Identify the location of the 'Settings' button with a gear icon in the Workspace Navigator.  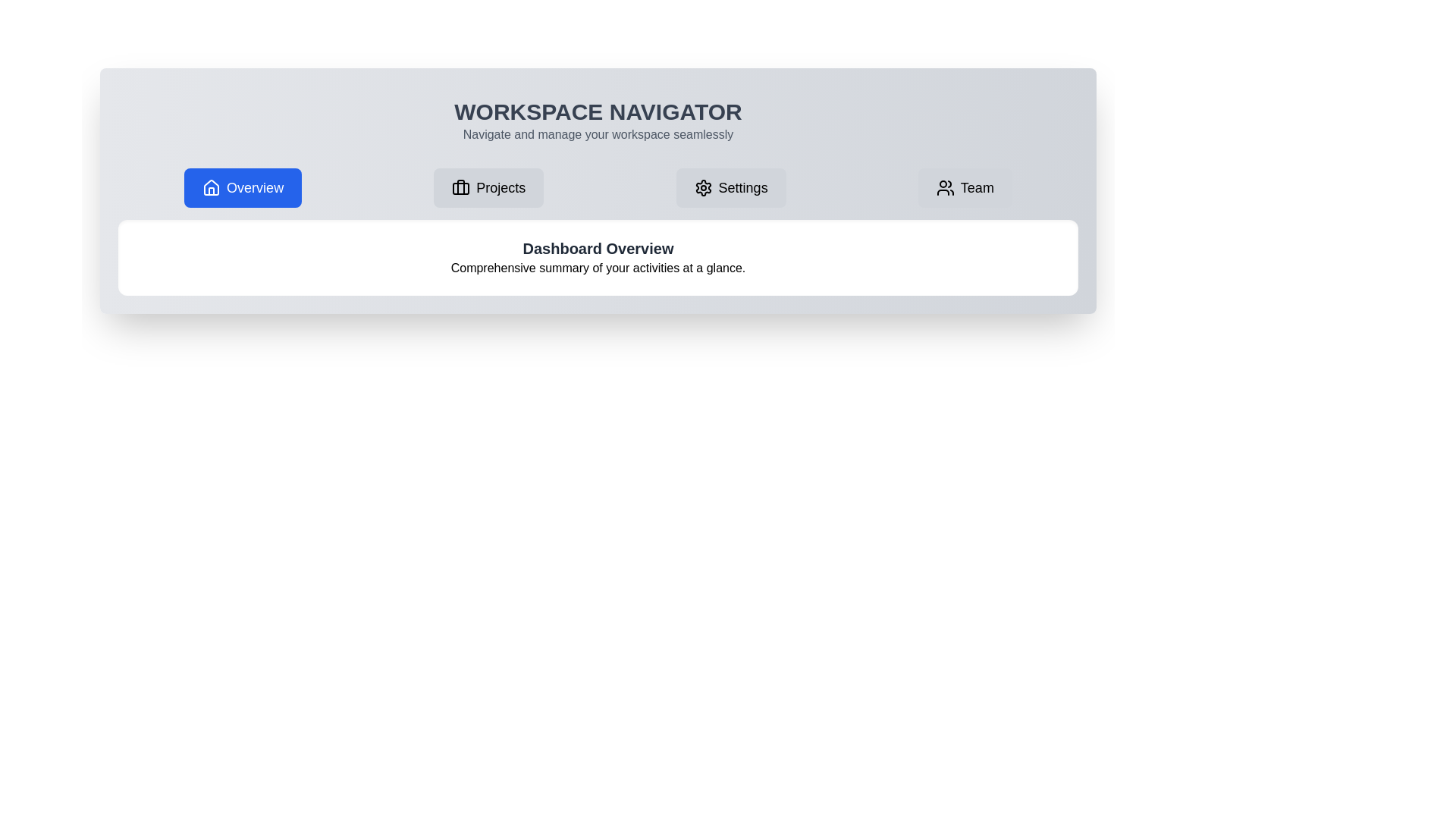
(731, 187).